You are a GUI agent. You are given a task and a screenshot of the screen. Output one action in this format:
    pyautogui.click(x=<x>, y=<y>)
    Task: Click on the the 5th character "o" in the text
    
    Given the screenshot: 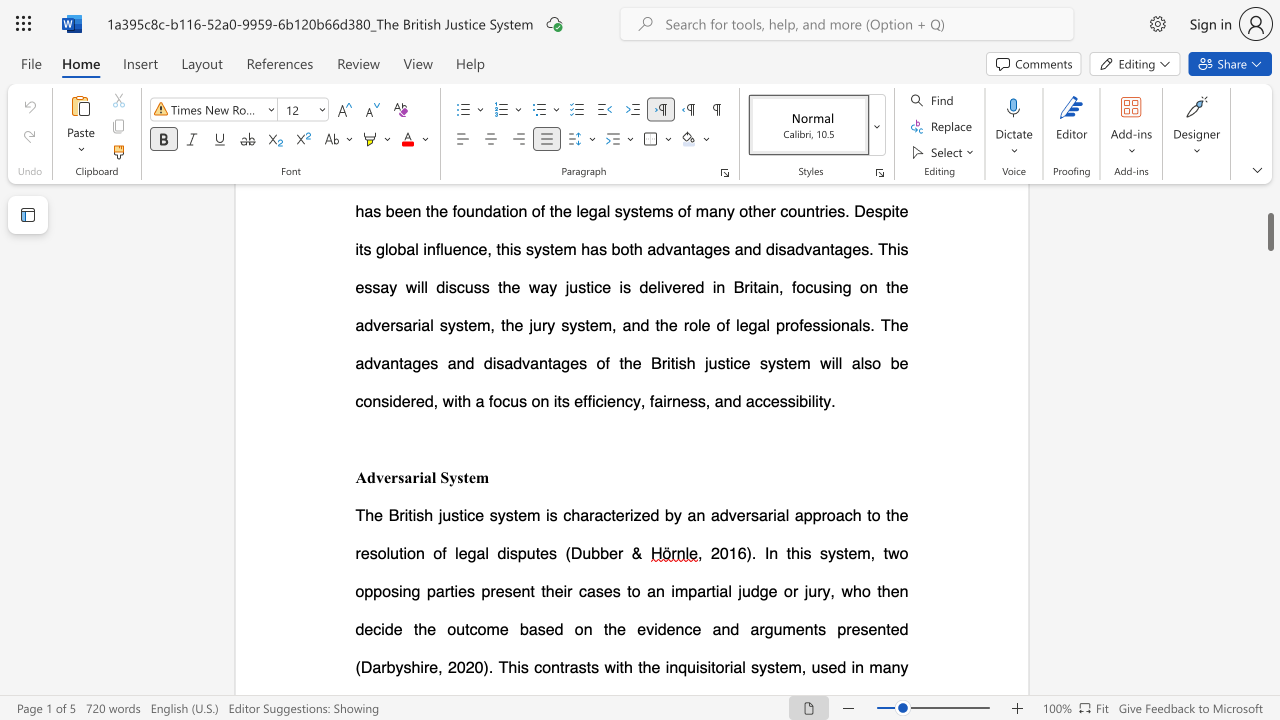 What is the action you would take?
    pyautogui.click(x=436, y=553)
    